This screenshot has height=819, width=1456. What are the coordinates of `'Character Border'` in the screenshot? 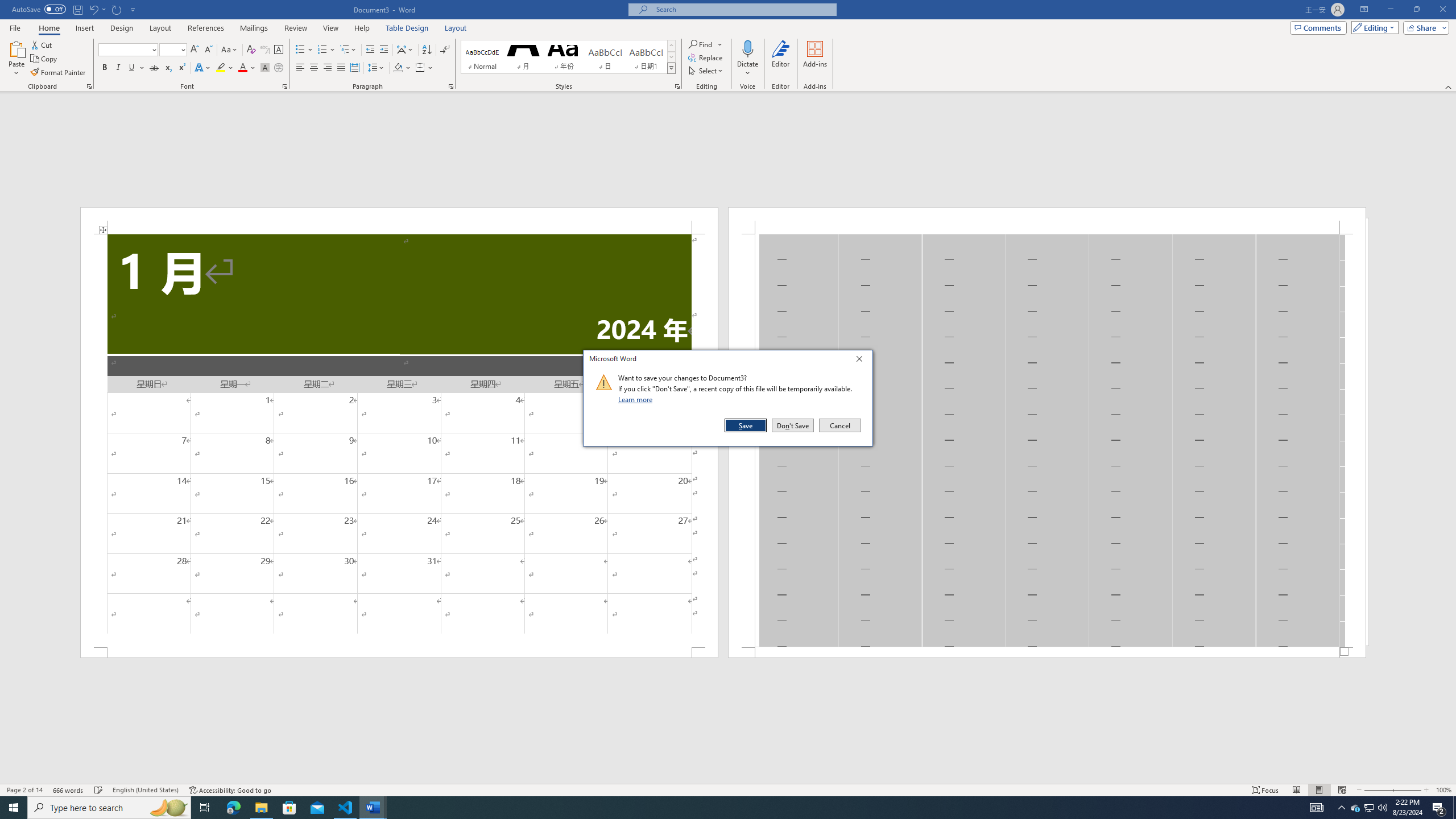 It's located at (278, 49).